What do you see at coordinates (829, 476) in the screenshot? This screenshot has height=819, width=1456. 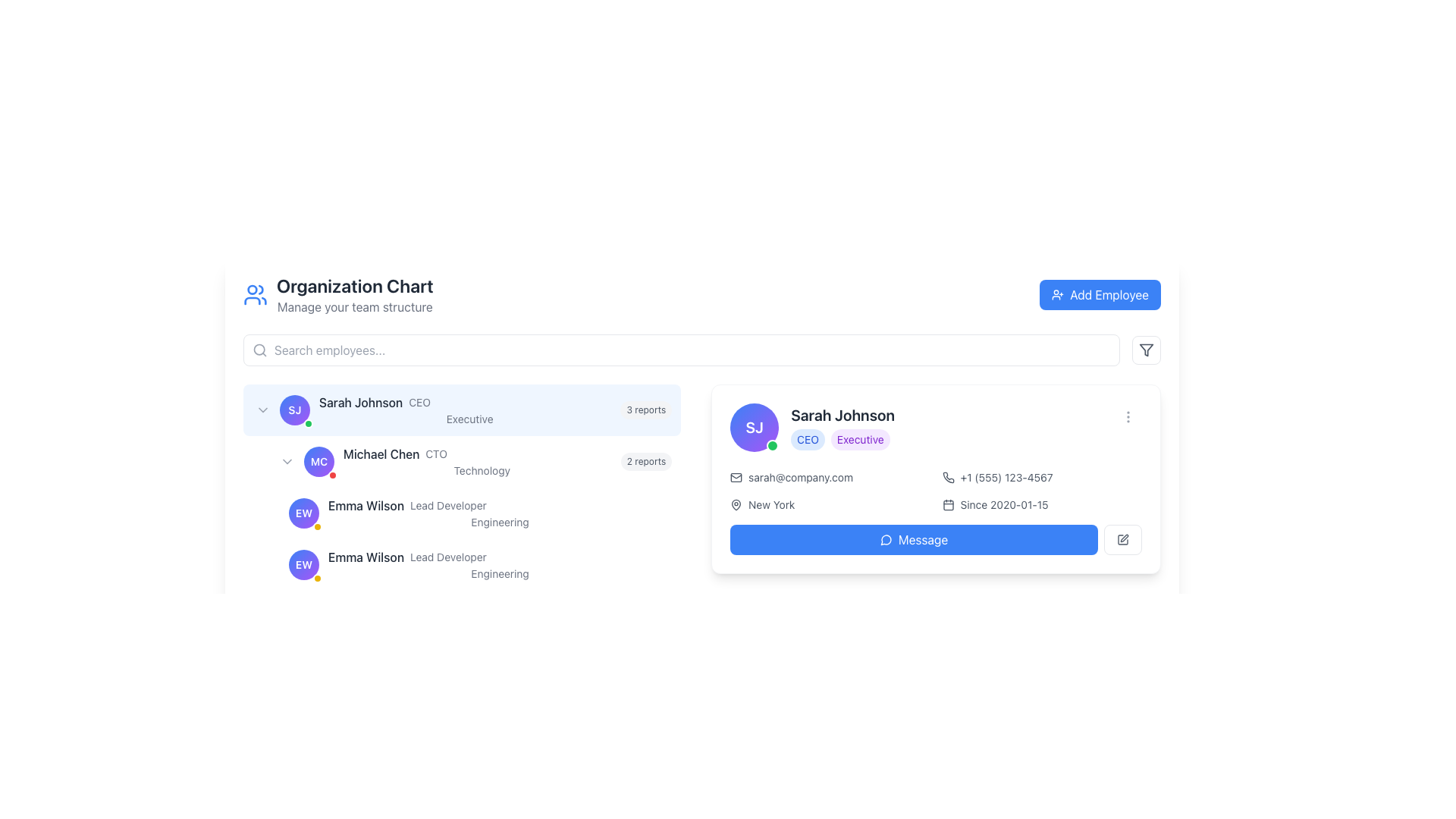 I see `on the email link displaying 'sarah@company.com' in the right panel under the 'Sarah Johnson' profile section` at bounding box center [829, 476].